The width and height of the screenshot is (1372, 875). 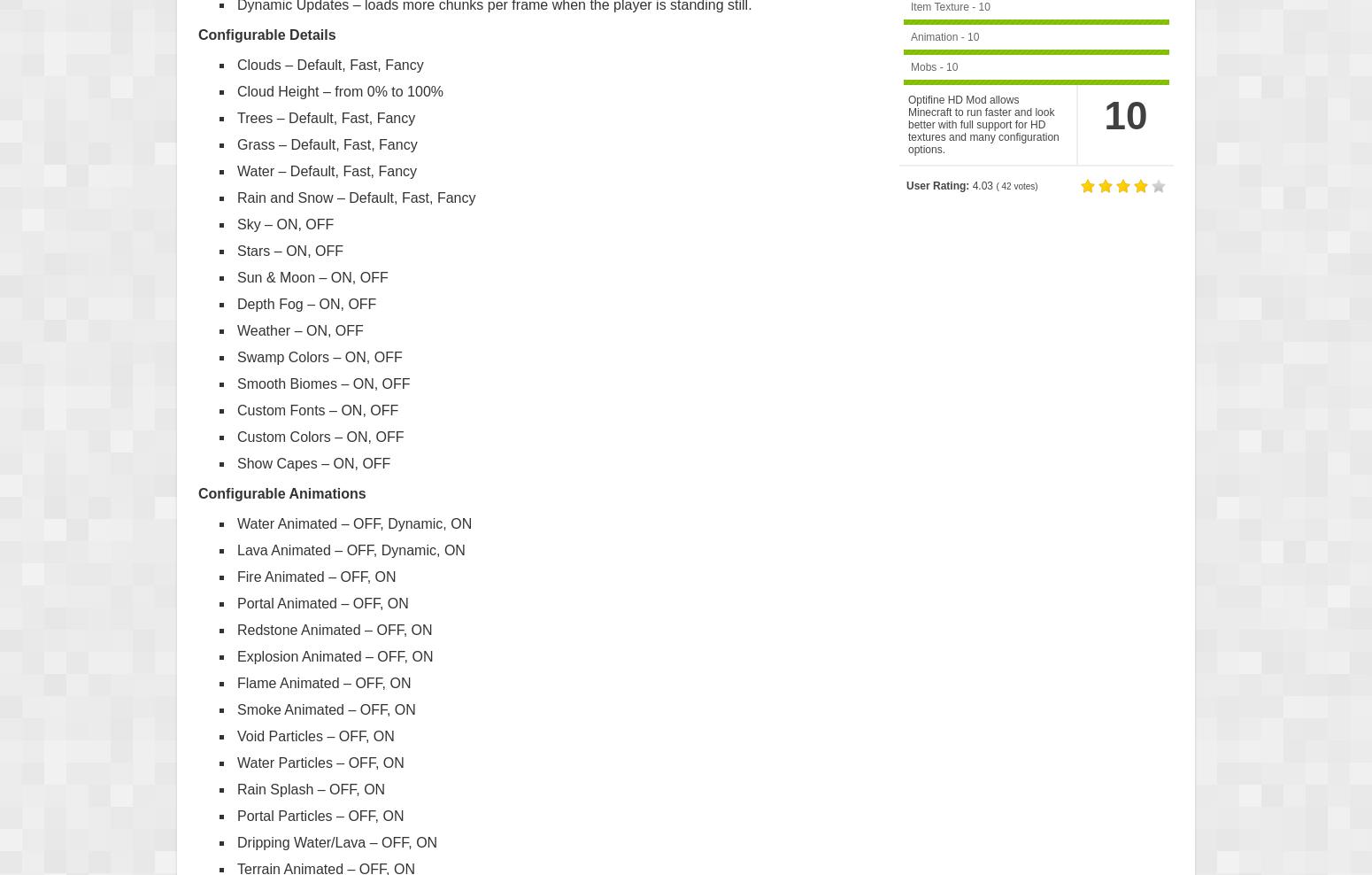 I want to click on 'Void Particles – OFF, ON', so click(x=314, y=735).